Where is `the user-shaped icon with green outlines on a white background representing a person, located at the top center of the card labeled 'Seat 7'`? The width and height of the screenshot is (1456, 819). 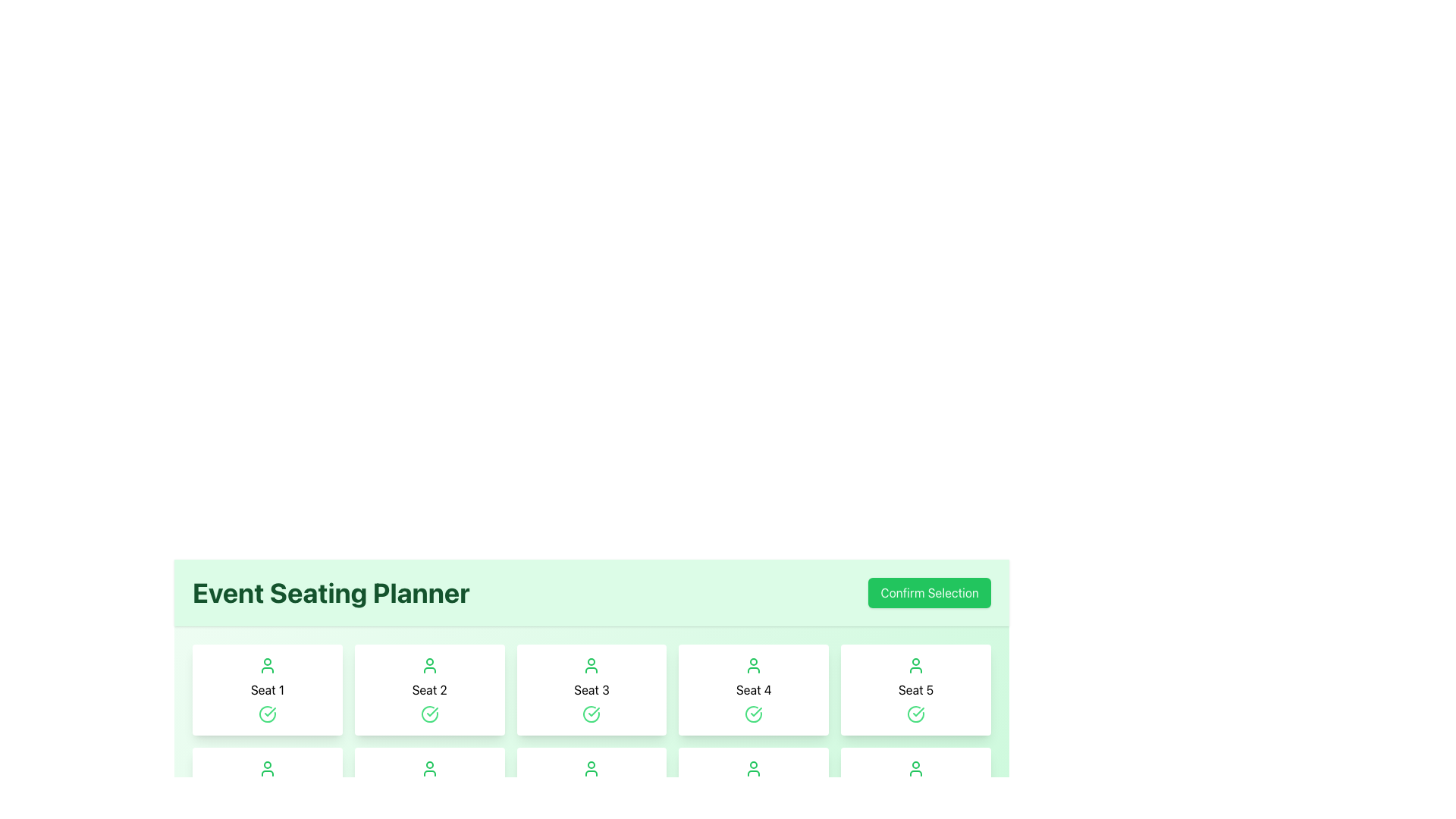 the user-shaped icon with green outlines on a white background representing a person, located at the top center of the card labeled 'Seat 7' is located at coordinates (428, 769).